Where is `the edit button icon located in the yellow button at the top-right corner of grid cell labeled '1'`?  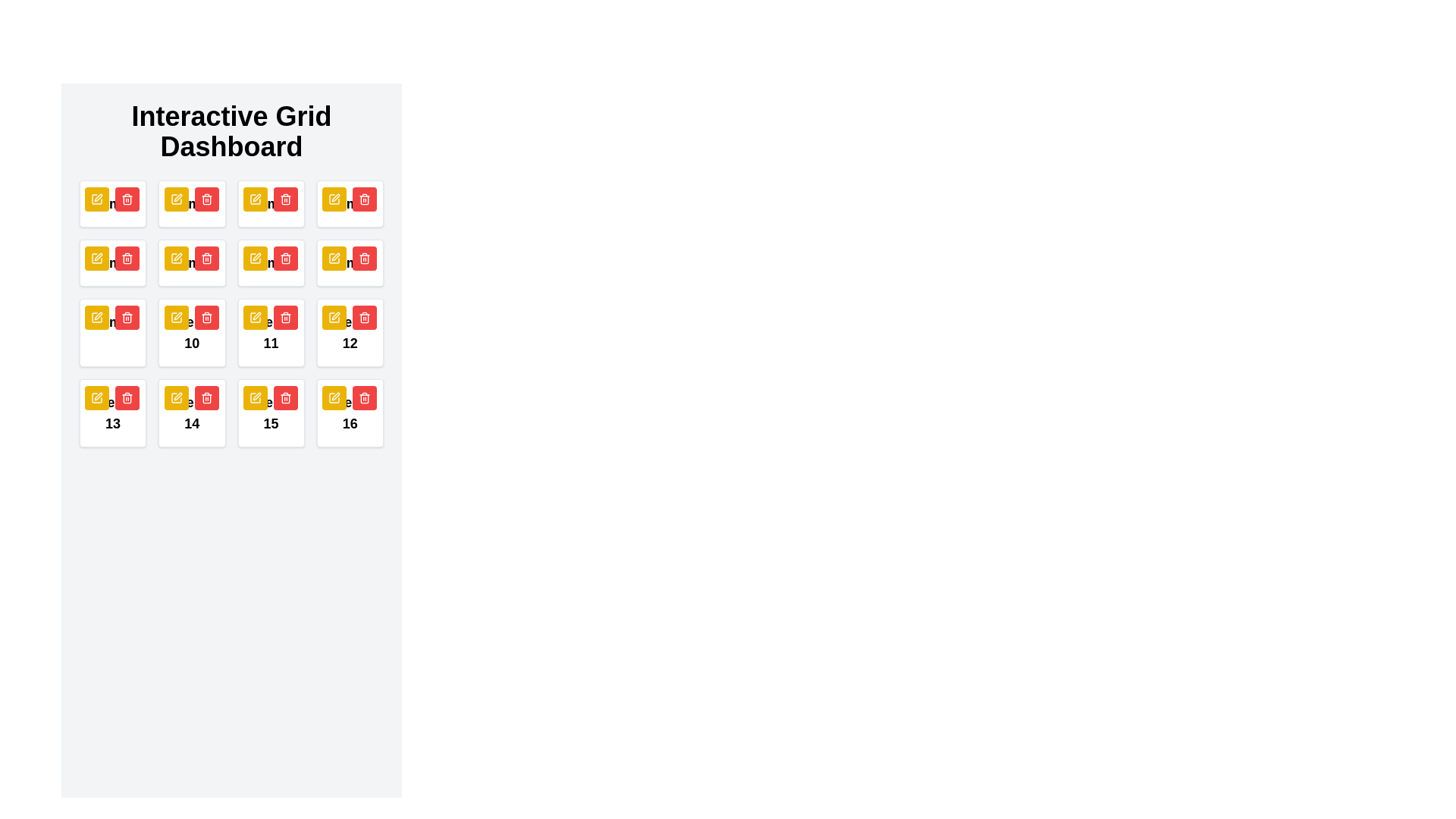
the edit button icon located in the yellow button at the top-right corner of grid cell labeled '1' is located at coordinates (334, 198).